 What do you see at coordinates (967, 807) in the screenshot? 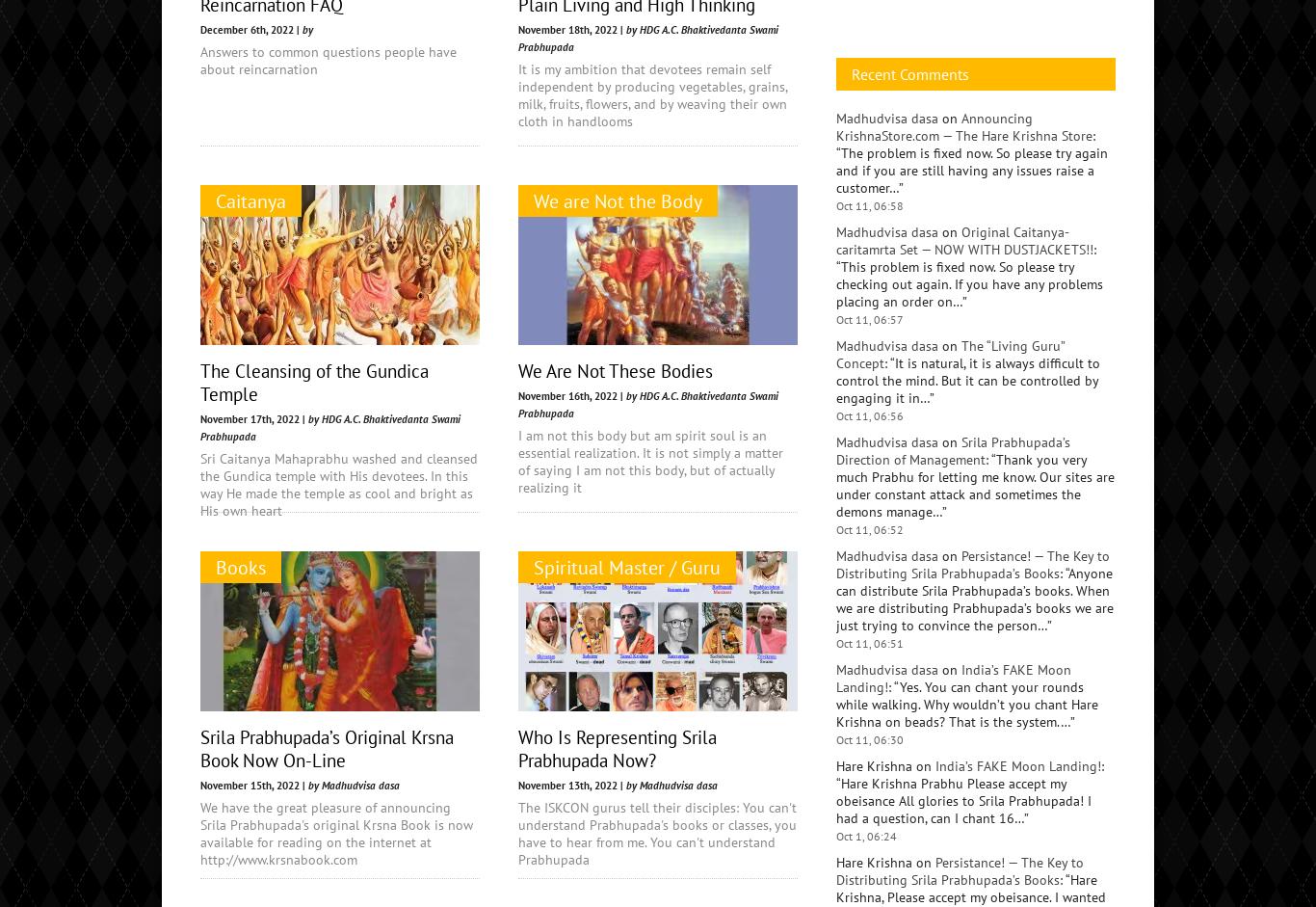
I see `'It is natural, it is always difficult to control the mind. But it can be controlled by engaging it in…'` at bounding box center [967, 807].